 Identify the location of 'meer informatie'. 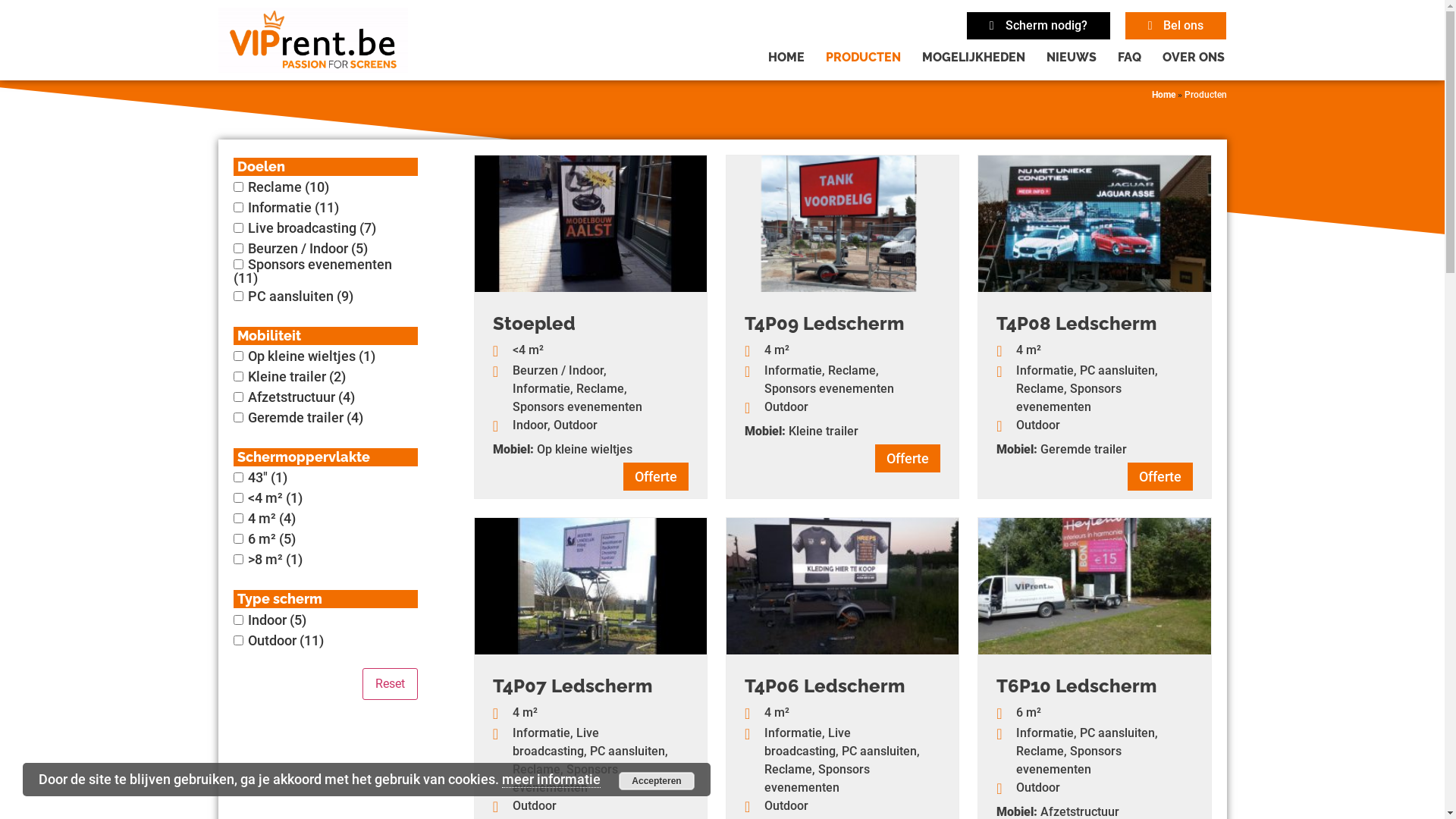
(550, 780).